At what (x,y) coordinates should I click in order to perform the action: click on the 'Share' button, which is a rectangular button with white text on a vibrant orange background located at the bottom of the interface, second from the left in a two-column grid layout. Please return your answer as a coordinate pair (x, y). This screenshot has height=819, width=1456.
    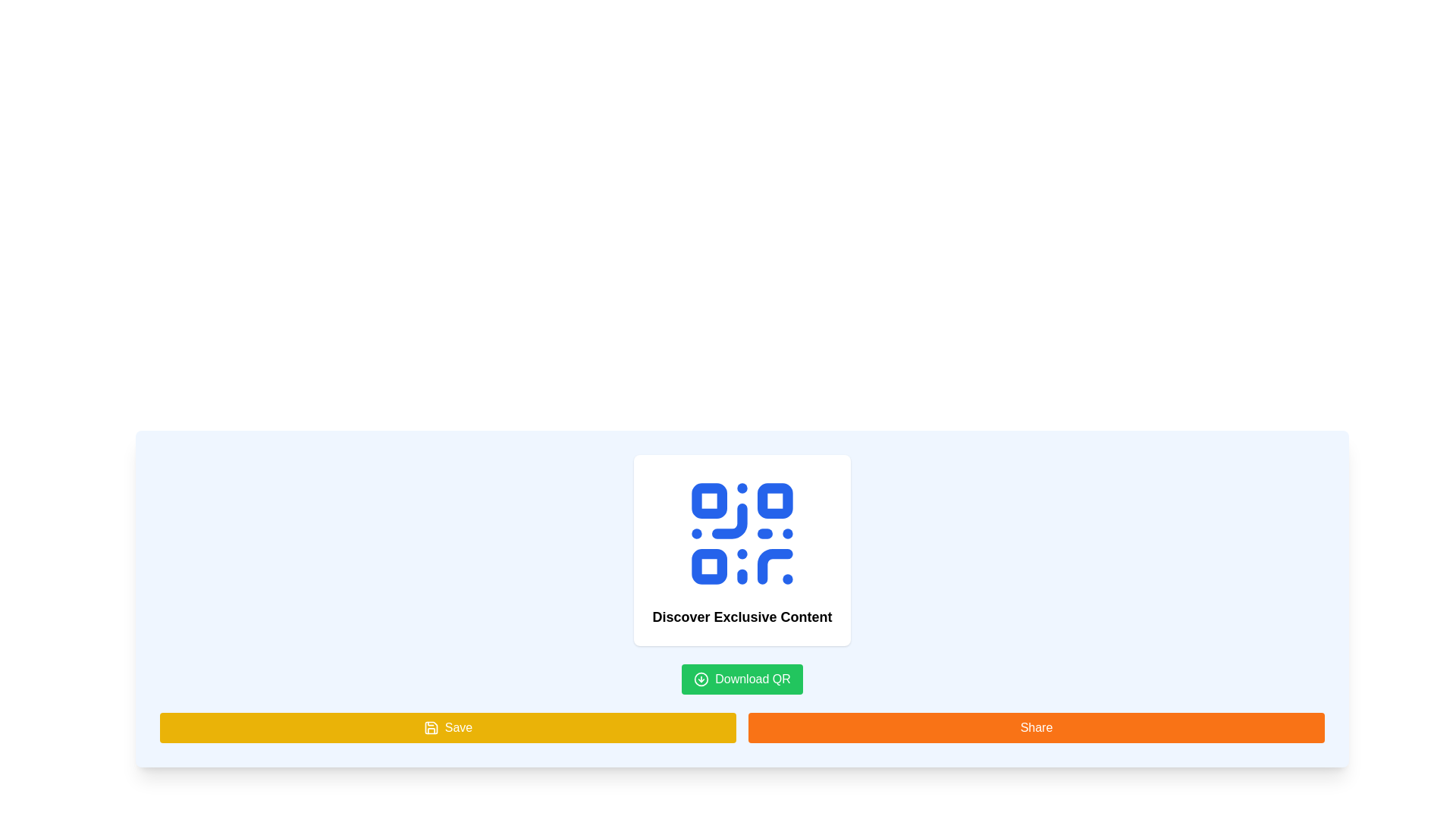
    Looking at the image, I should click on (1036, 727).